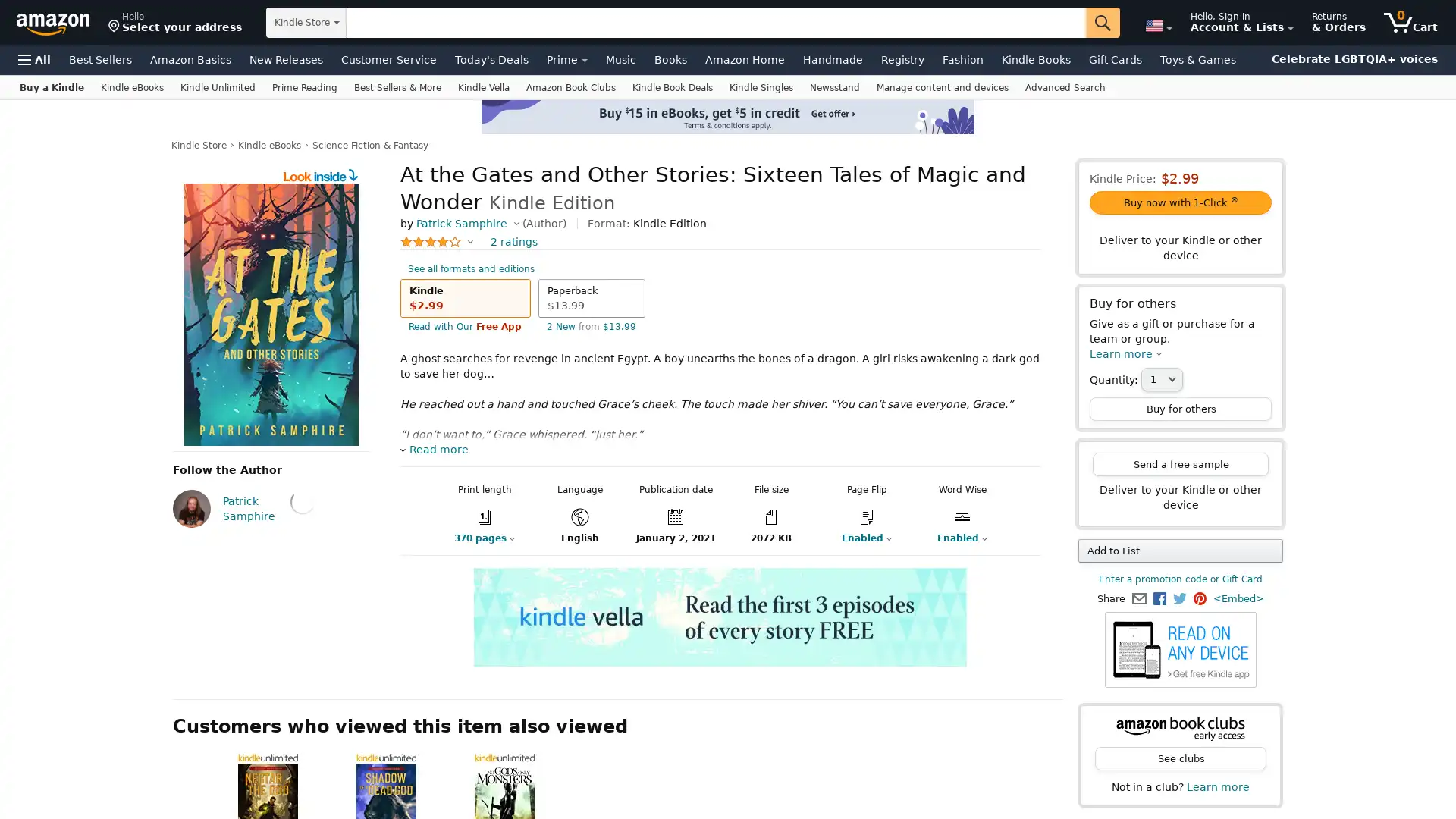 The image size is (1456, 819). Describe the element at coordinates (952, 537) in the screenshot. I see `Enabled` at that location.